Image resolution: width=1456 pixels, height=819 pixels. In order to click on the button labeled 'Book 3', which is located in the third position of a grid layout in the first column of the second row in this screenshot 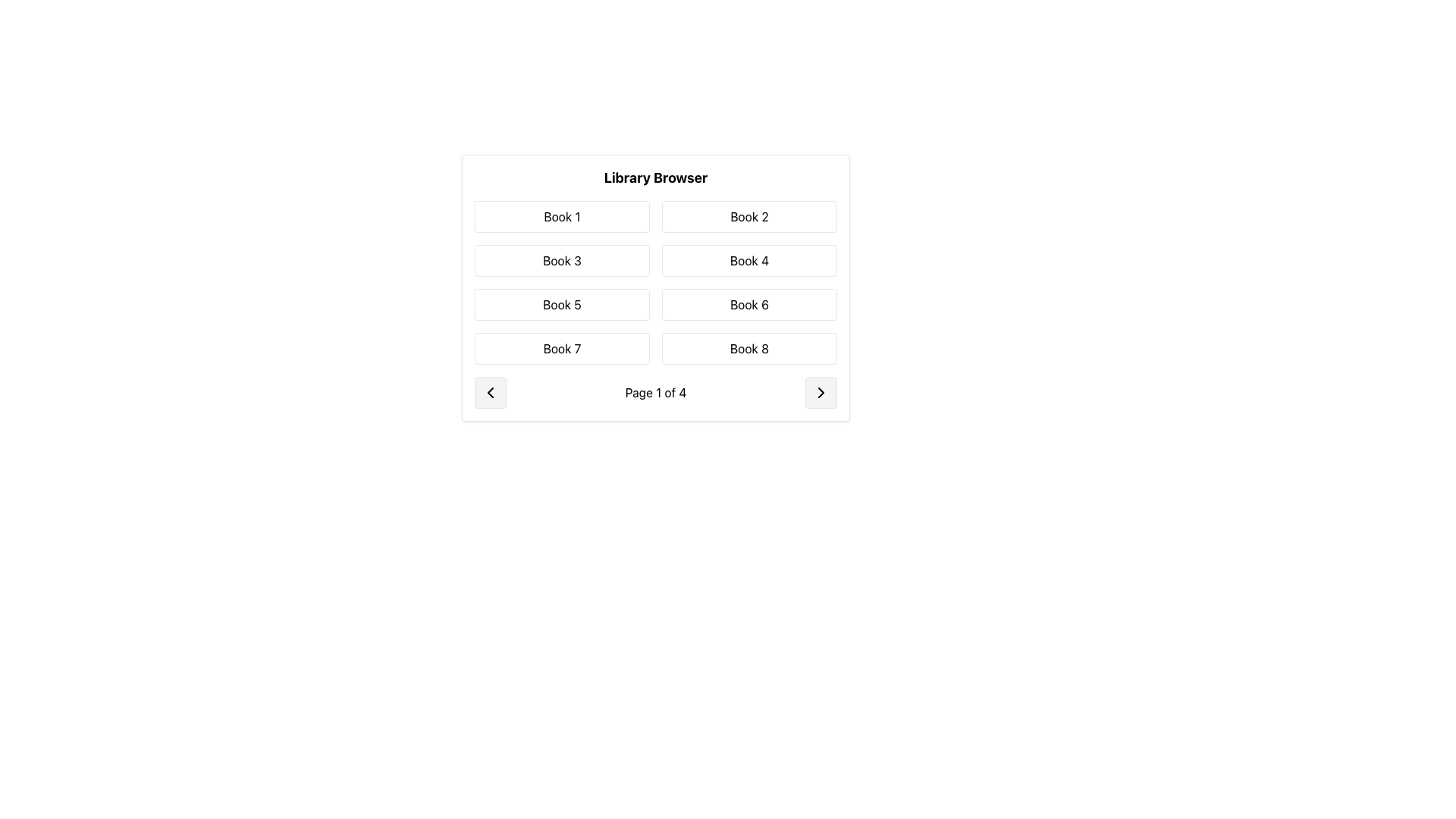, I will do `click(561, 259)`.